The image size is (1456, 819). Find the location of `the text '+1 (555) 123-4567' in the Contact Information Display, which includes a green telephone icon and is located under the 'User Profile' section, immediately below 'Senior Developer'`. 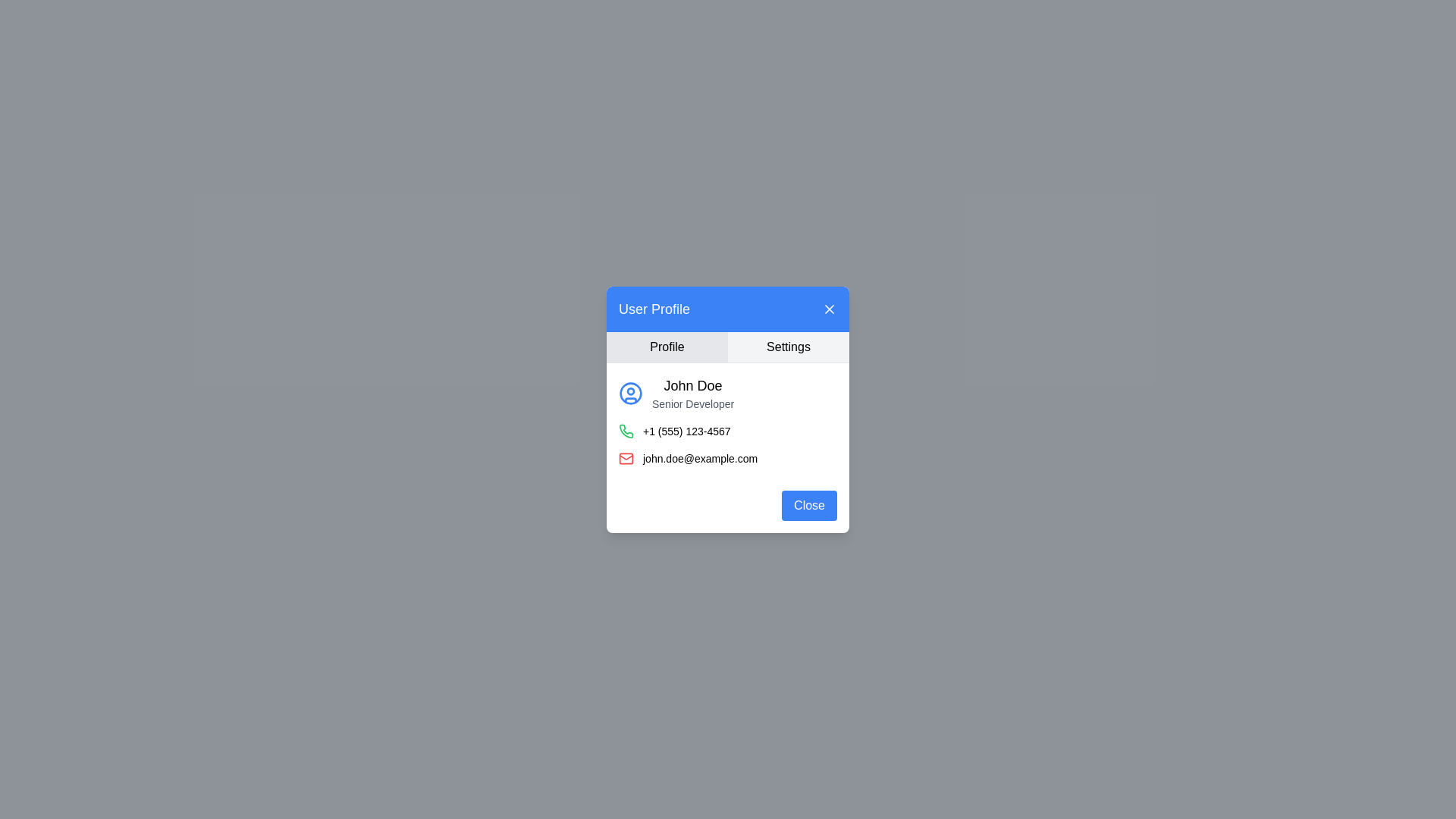

the text '+1 (555) 123-4567' in the Contact Information Display, which includes a green telephone icon and is located under the 'User Profile' section, immediately below 'Senior Developer' is located at coordinates (728, 430).